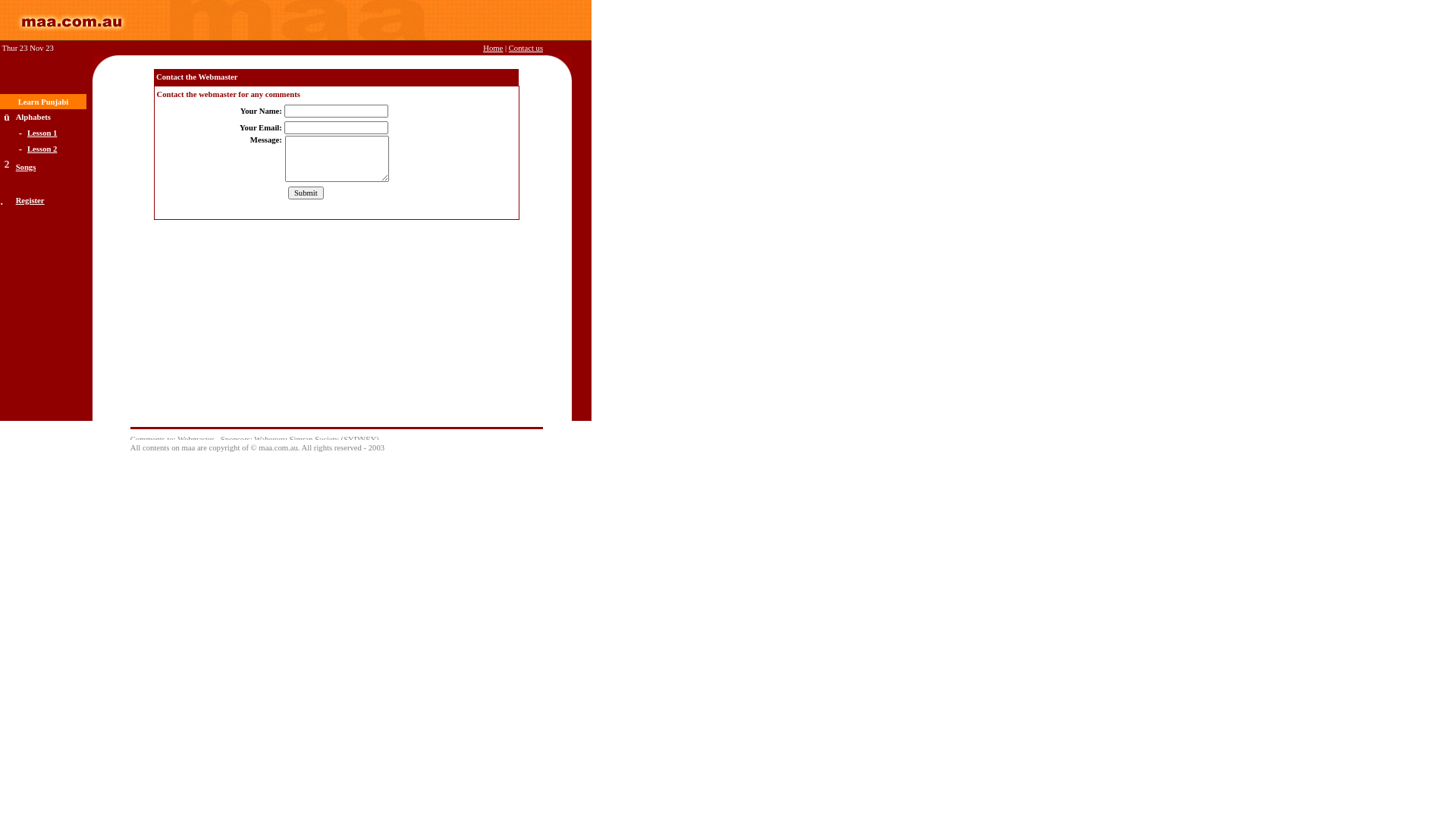 The width and height of the screenshot is (1456, 819). I want to click on 'Songs', so click(26, 166).